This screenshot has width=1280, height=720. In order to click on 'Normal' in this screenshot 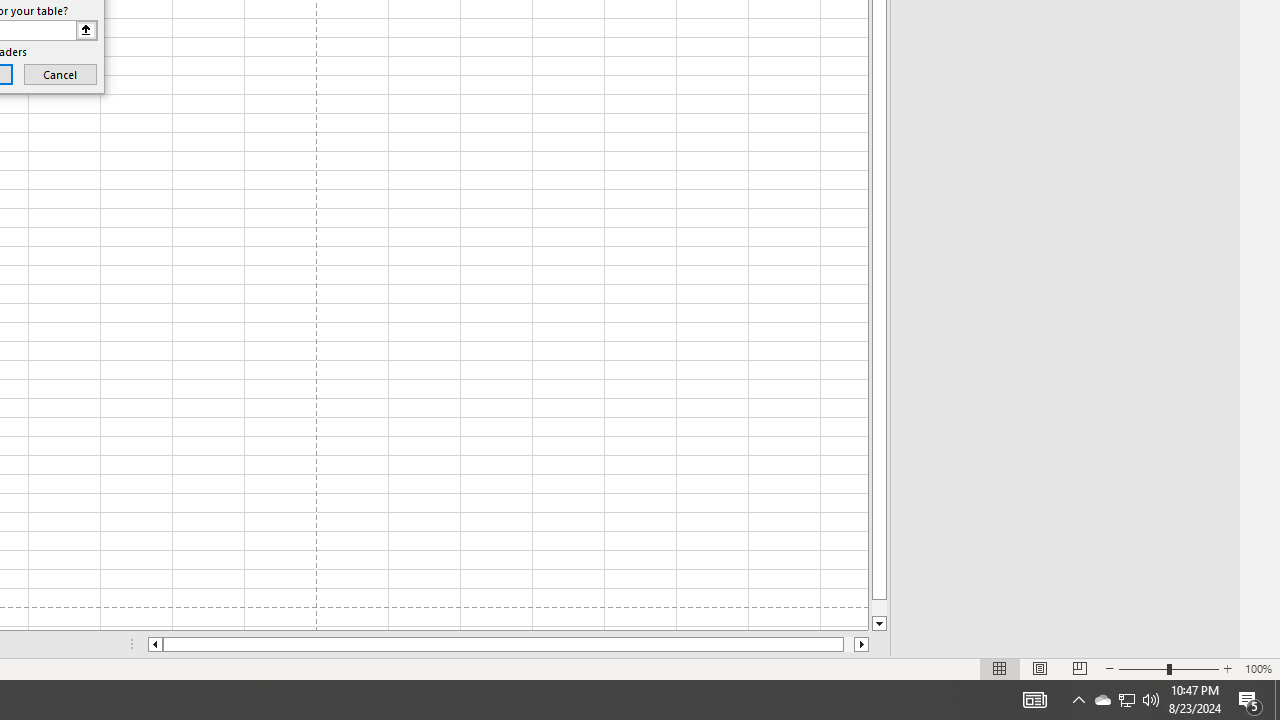, I will do `click(1000, 669)`.